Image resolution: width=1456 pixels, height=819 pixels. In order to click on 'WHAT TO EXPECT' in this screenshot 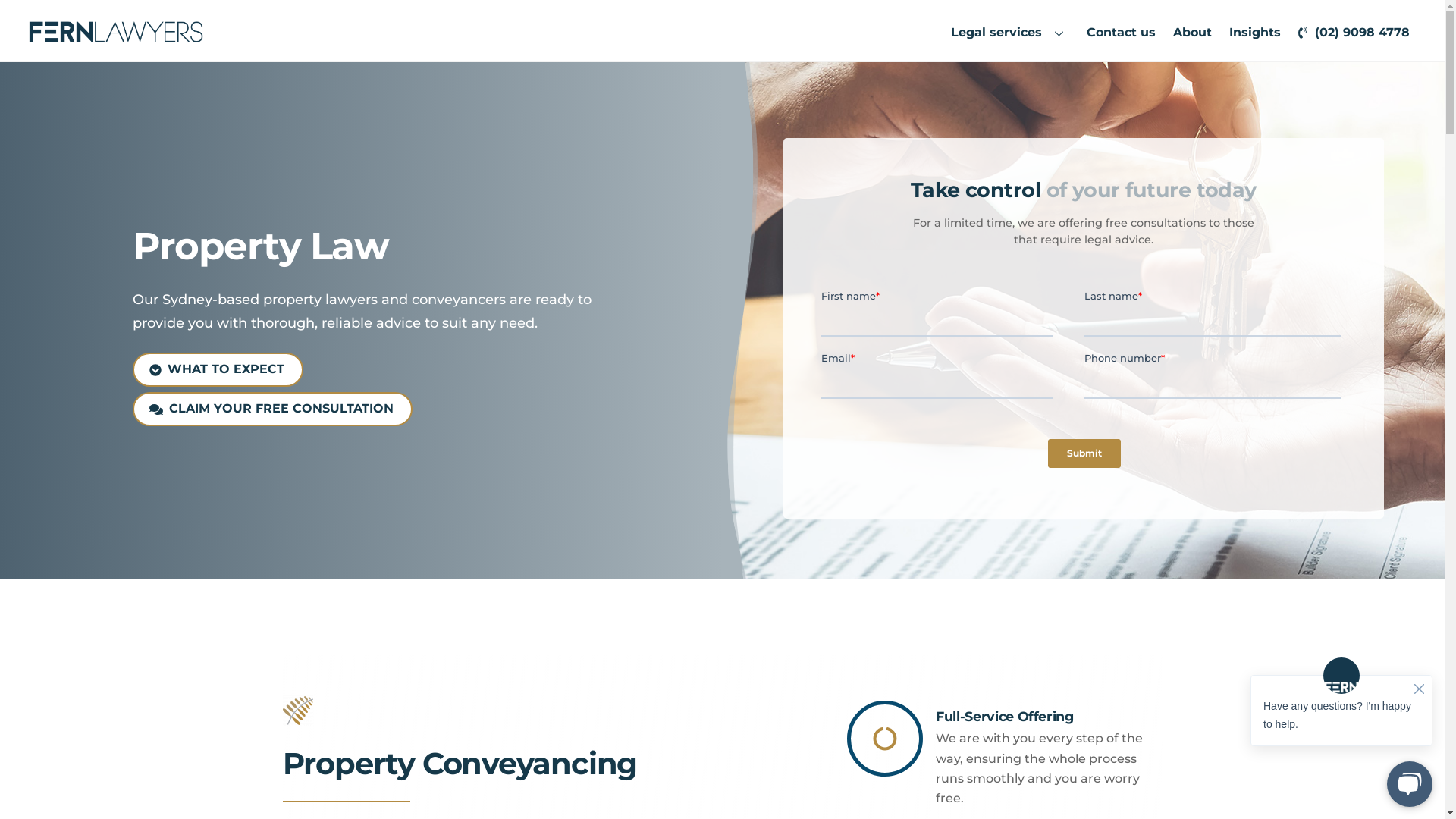, I will do `click(217, 369)`.